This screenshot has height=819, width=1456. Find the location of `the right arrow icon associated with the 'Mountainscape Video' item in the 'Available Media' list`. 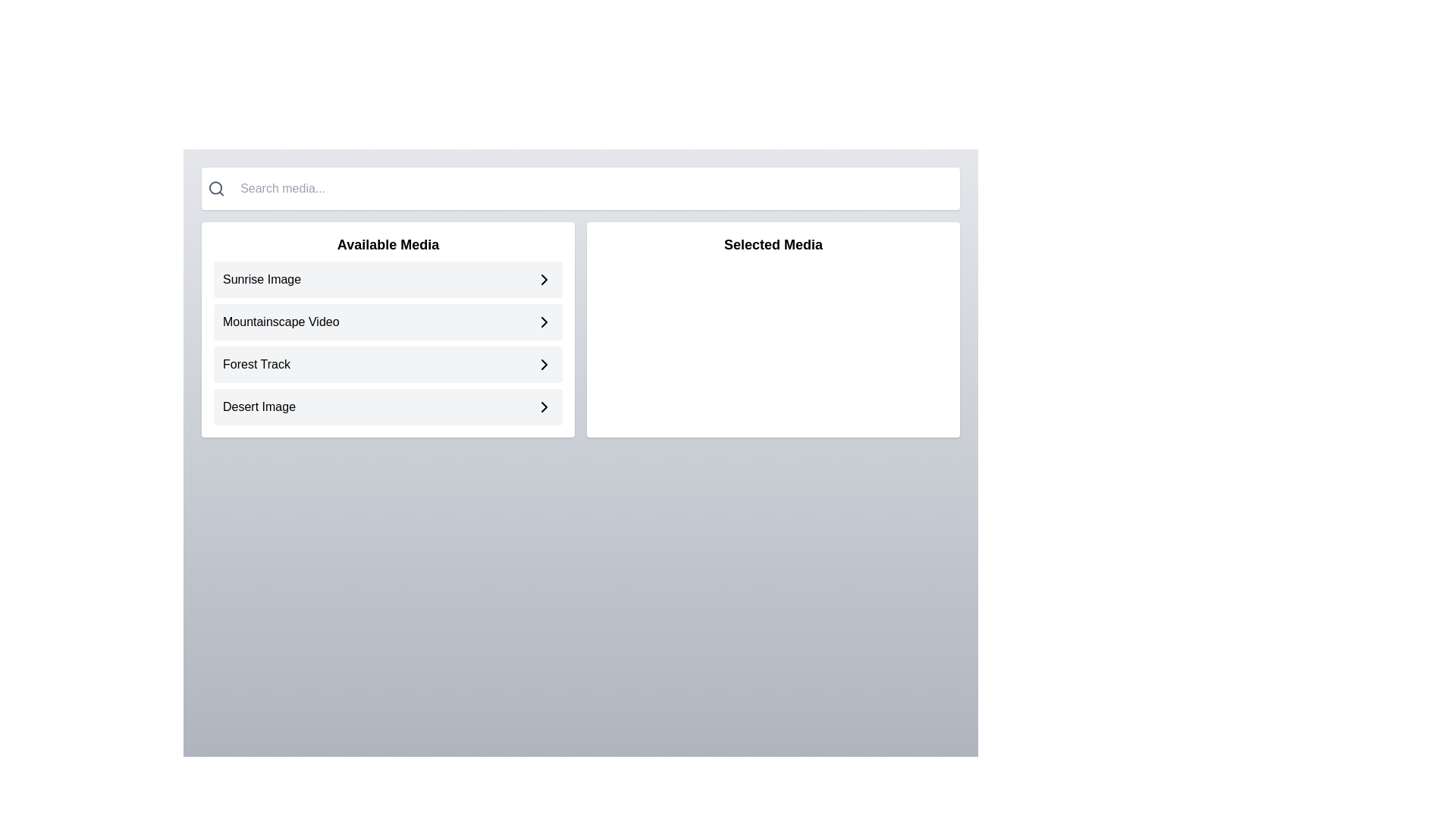

the right arrow icon associated with the 'Mountainscape Video' item in the 'Available Media' list is located at coordinates (544, 280).